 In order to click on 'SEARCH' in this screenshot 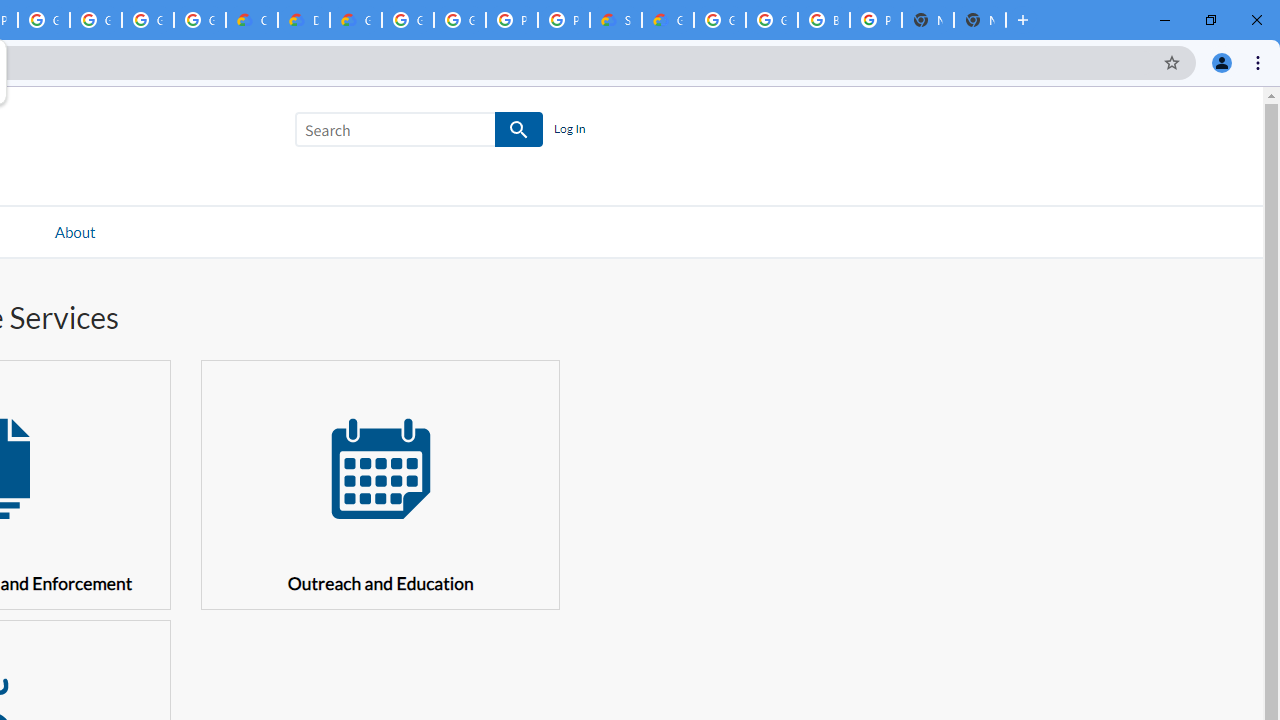, I will do `click(519, 130)`.